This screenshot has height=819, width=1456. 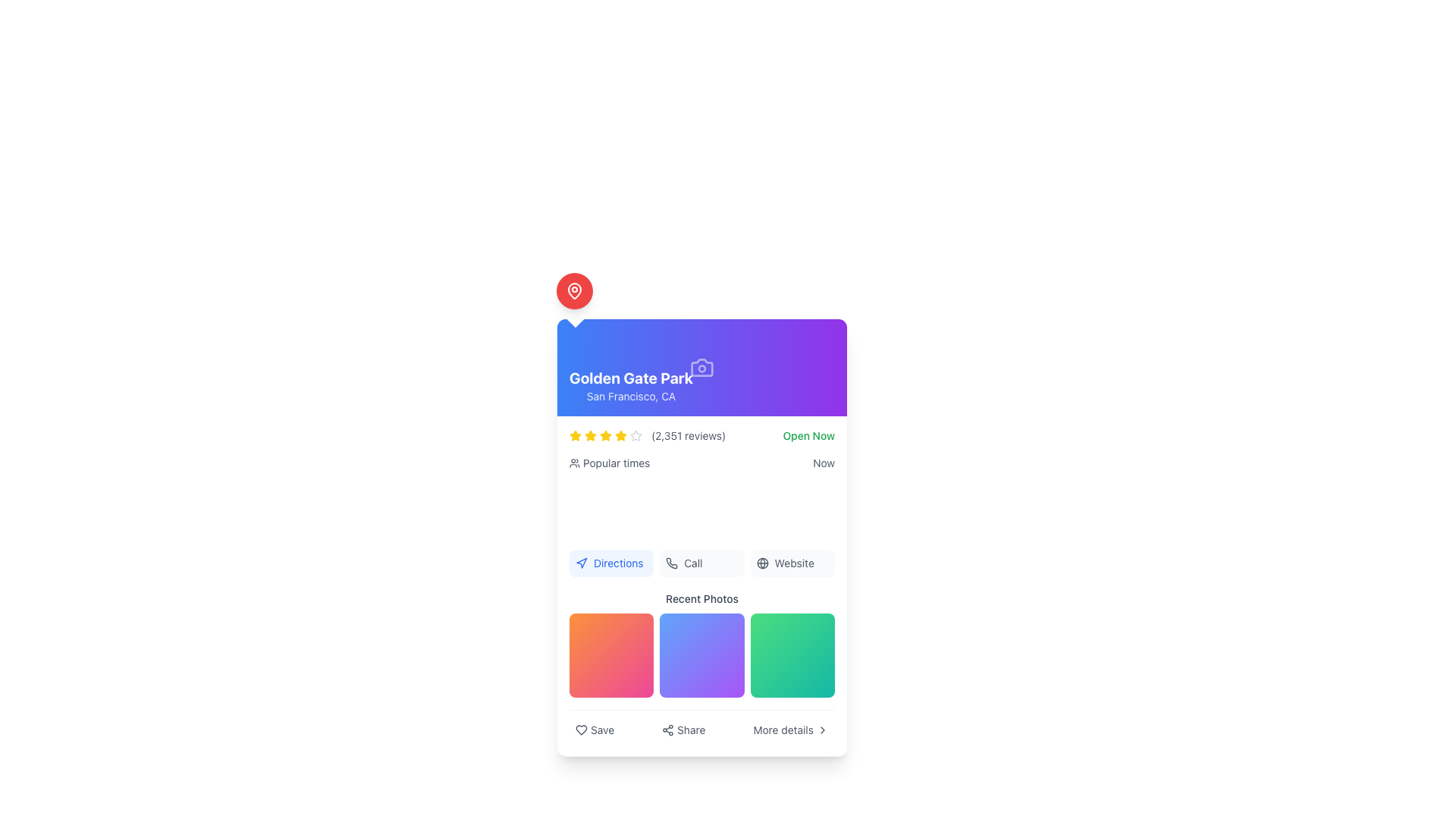 I want to click on text block displaying the title 'Golden Gate Park' and subtitle 'San Francisco, CA' located near the top left of the rectangle with a gradient background, so click(x=631, y=385).